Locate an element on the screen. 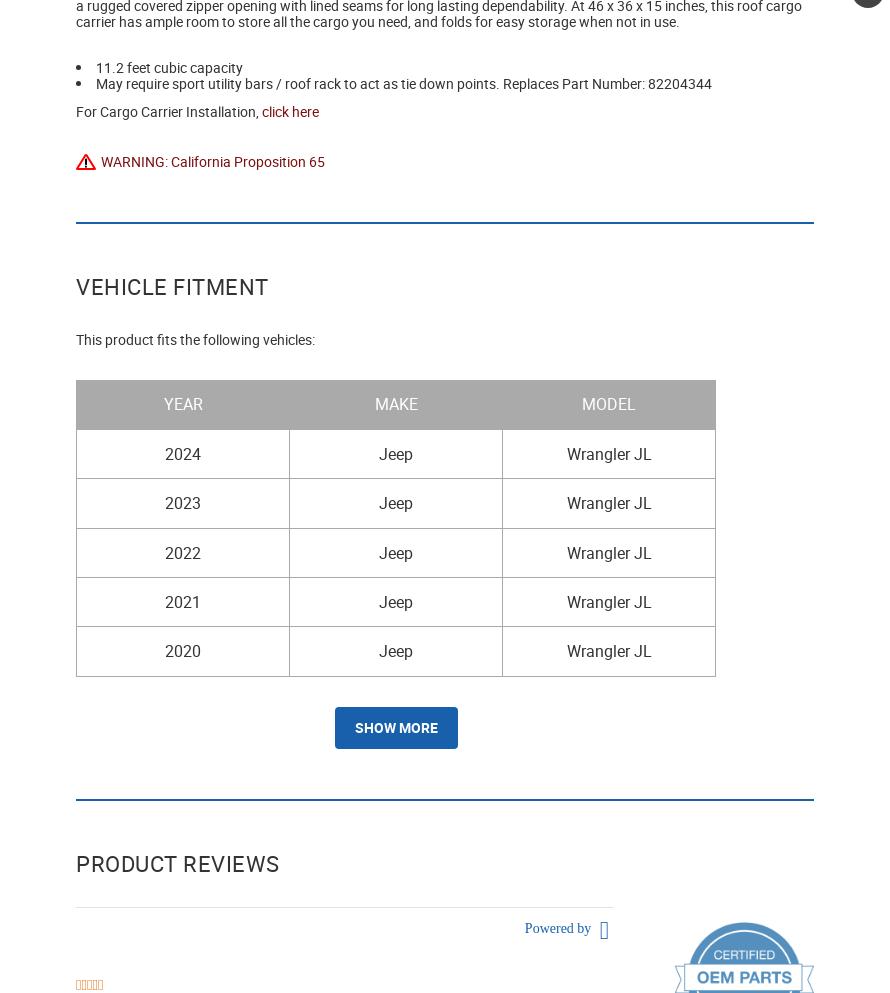 The height and width of the screenshot is (993, 890). 'Powered by' is located at coordinates (558, 927).